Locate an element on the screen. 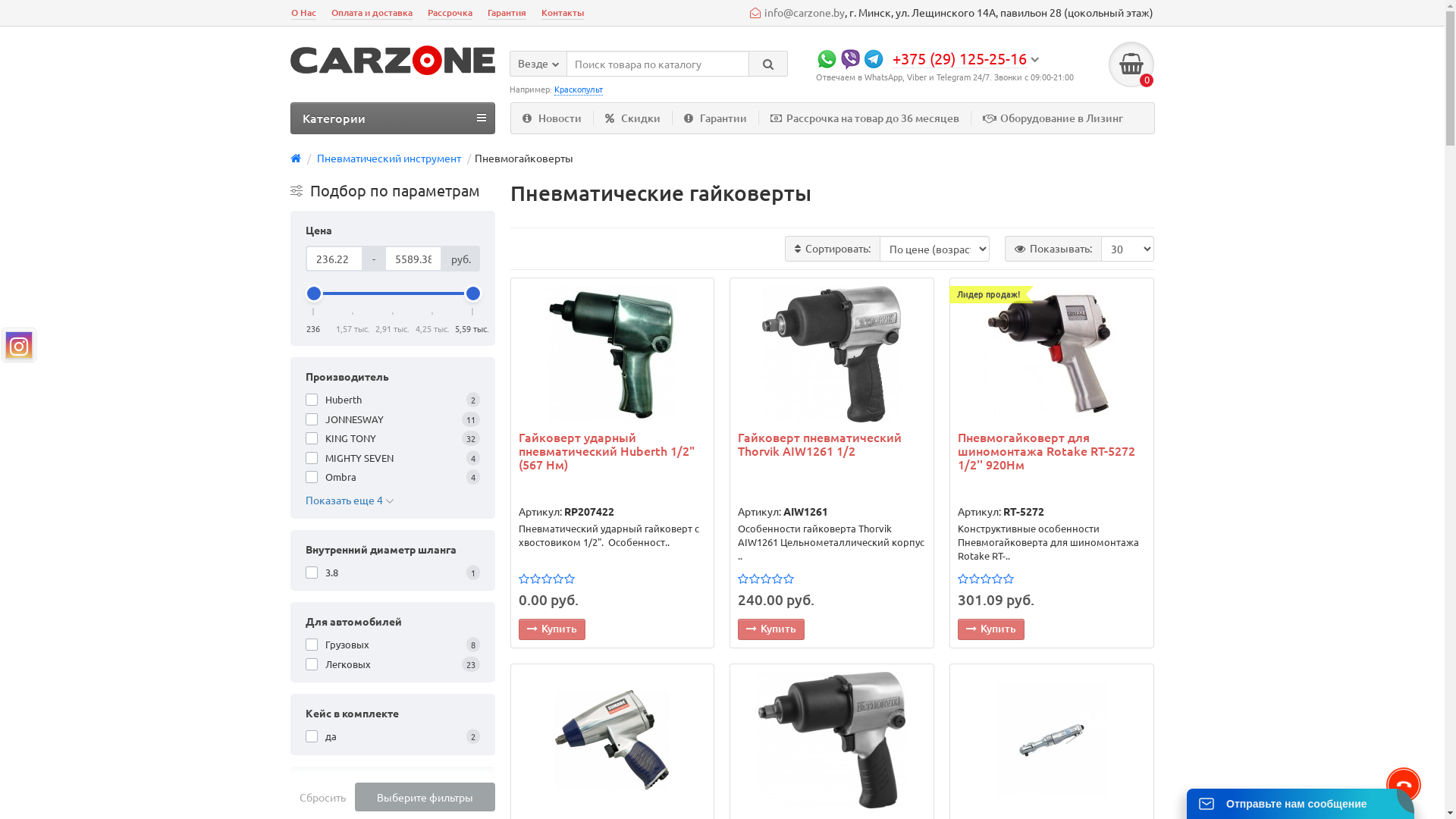 The width and height of the screenshot is (1456, 819). 'Ombra is located at coordinates (392, 475).